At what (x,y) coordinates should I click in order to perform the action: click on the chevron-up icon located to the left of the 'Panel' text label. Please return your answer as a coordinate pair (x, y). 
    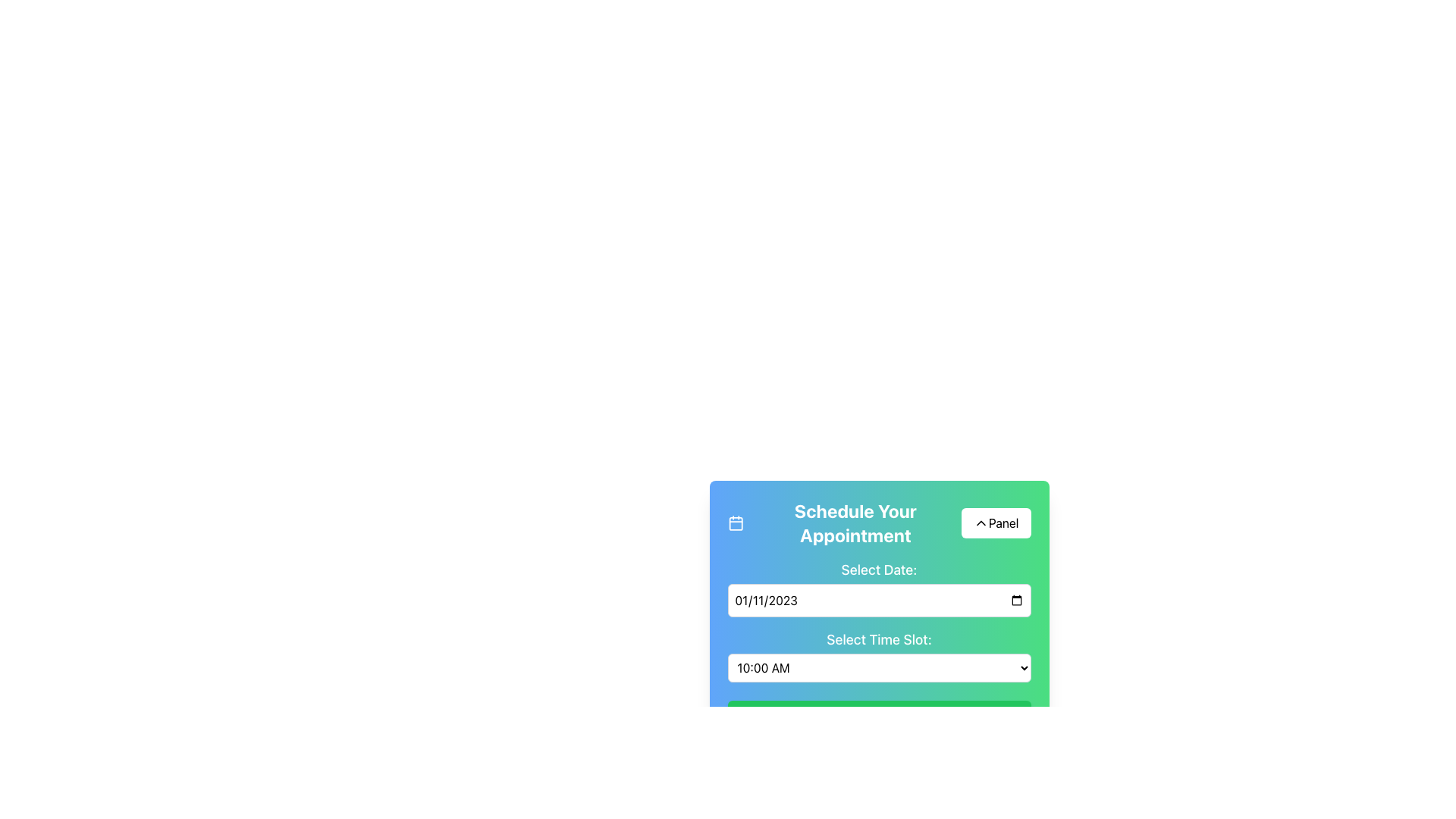
    Looking at the image, I should click on (981, 522).